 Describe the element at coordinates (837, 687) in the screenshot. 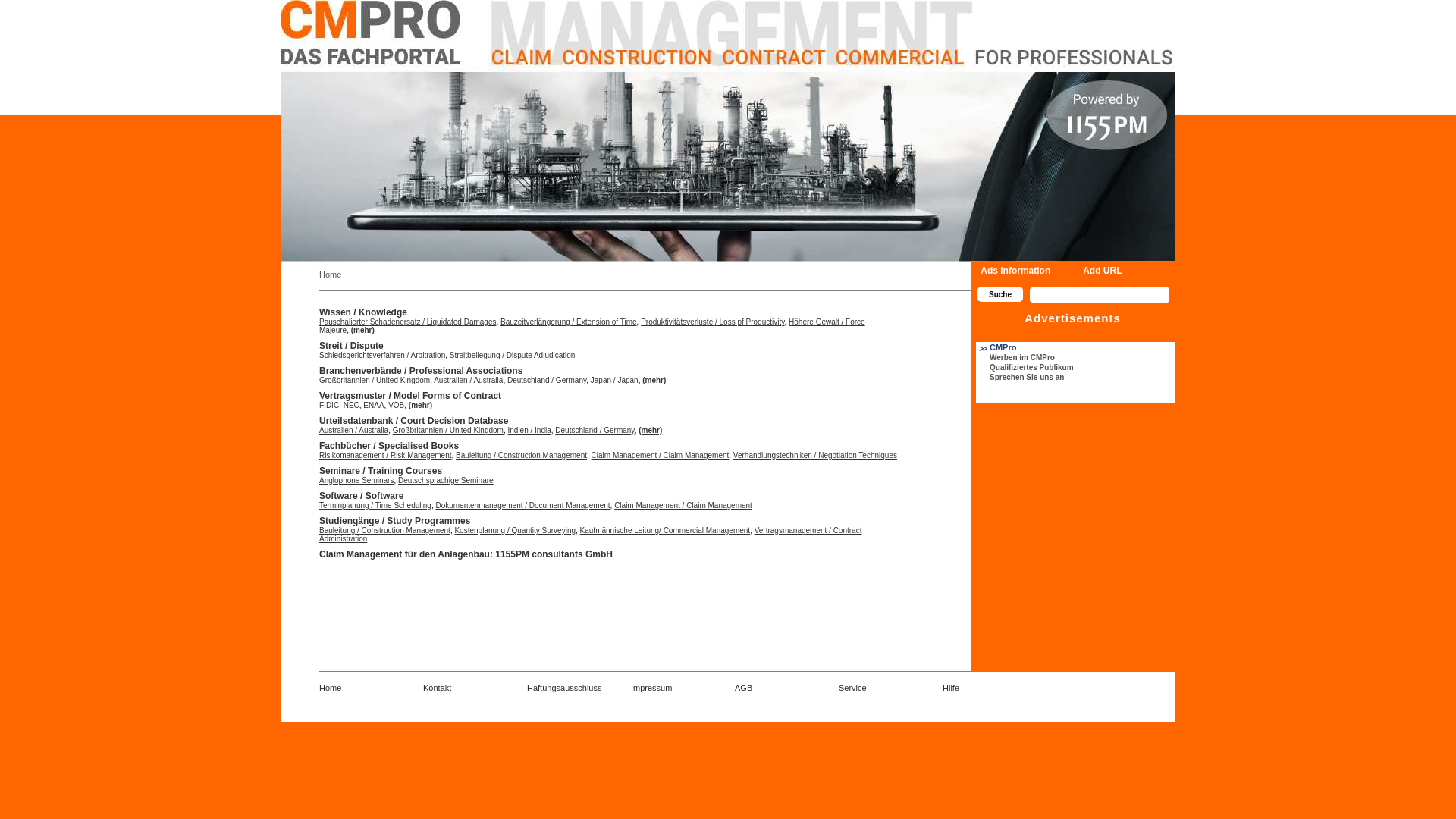

I see `'Service'` at that location.